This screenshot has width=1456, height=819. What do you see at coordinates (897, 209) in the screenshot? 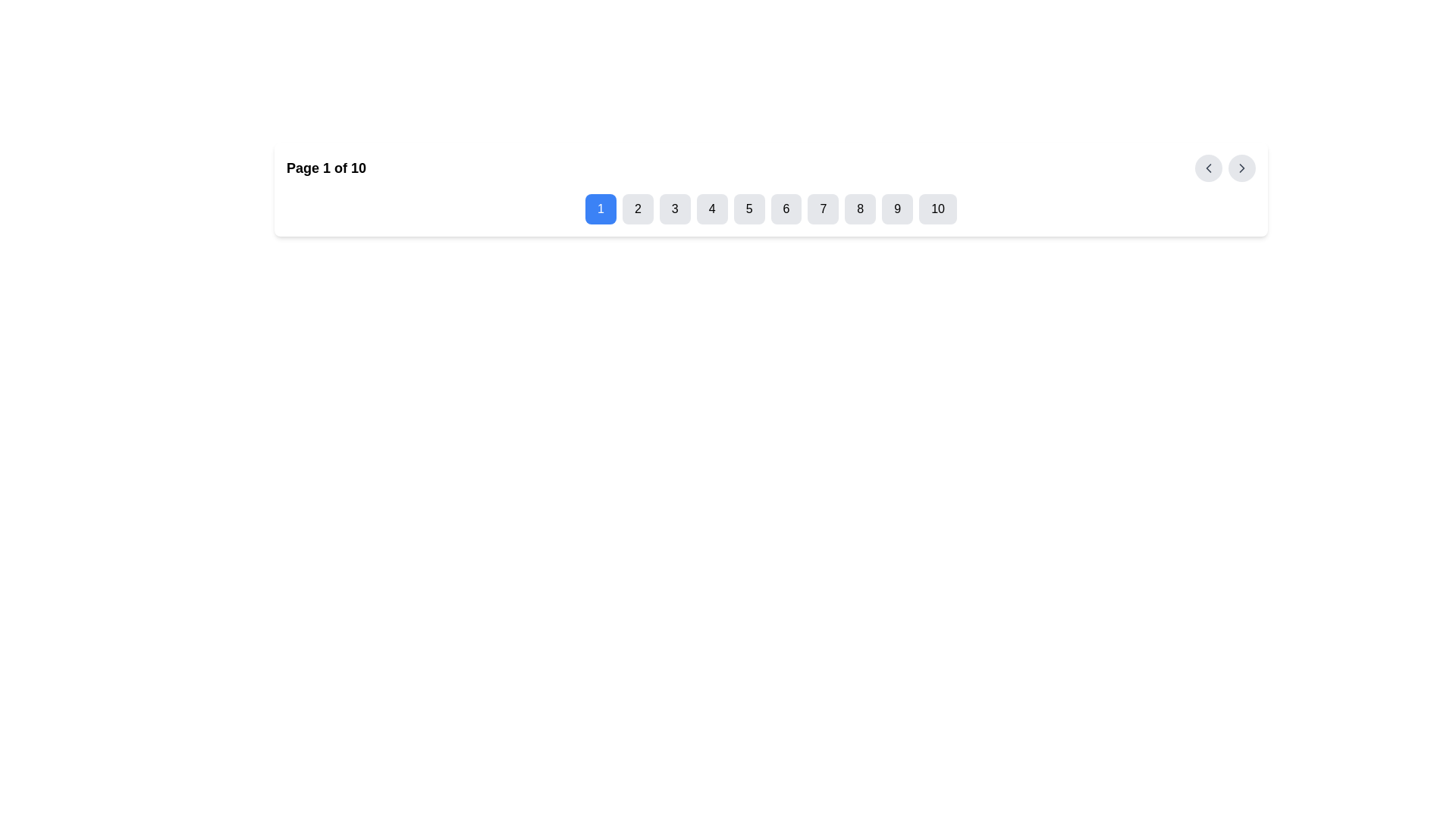
I see `the button labeled '9' with a light gray background` at bounding box center [897, 209].